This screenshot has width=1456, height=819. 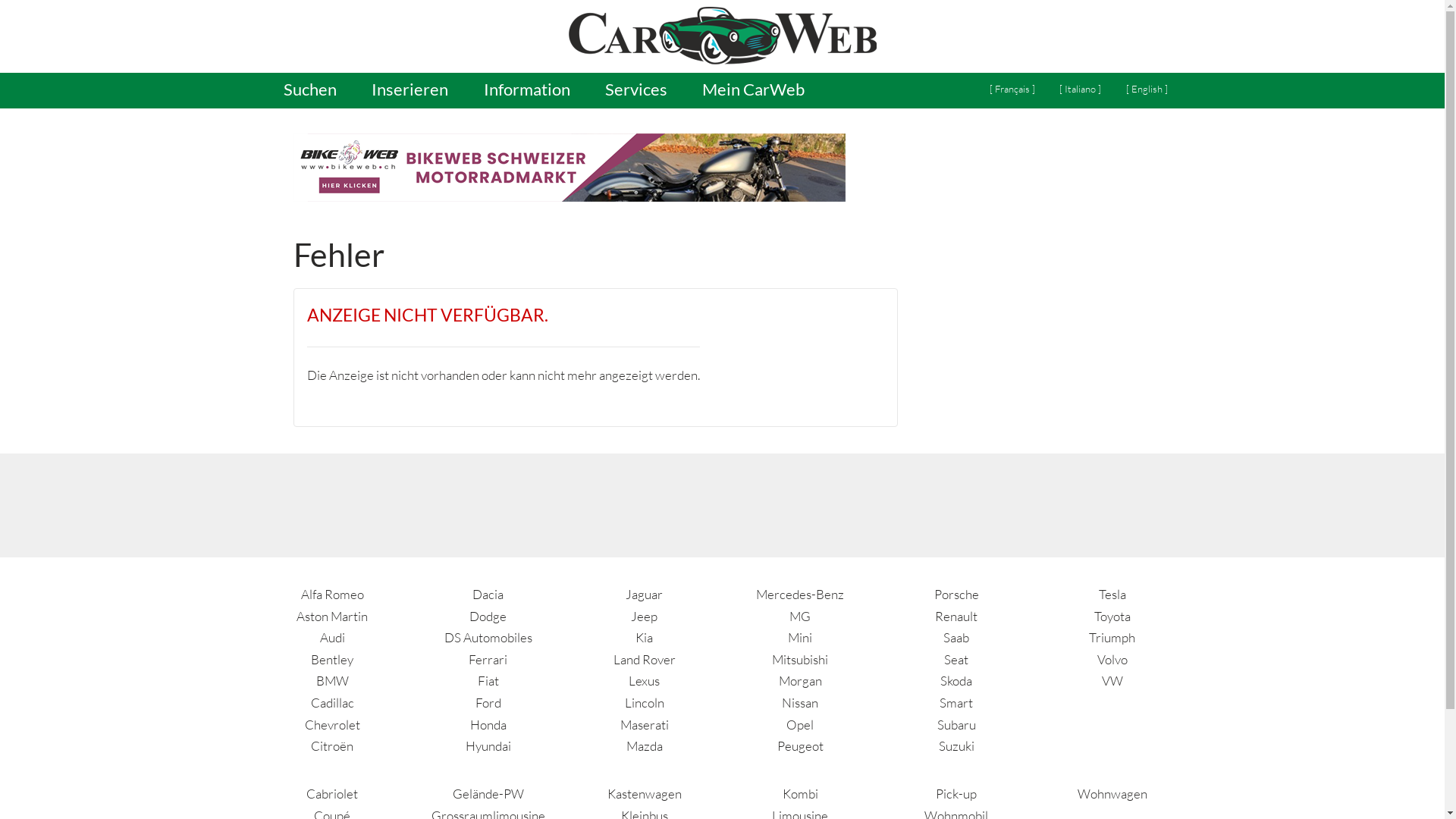 I want to click on 'Lexus', so click(x=644, y=679).